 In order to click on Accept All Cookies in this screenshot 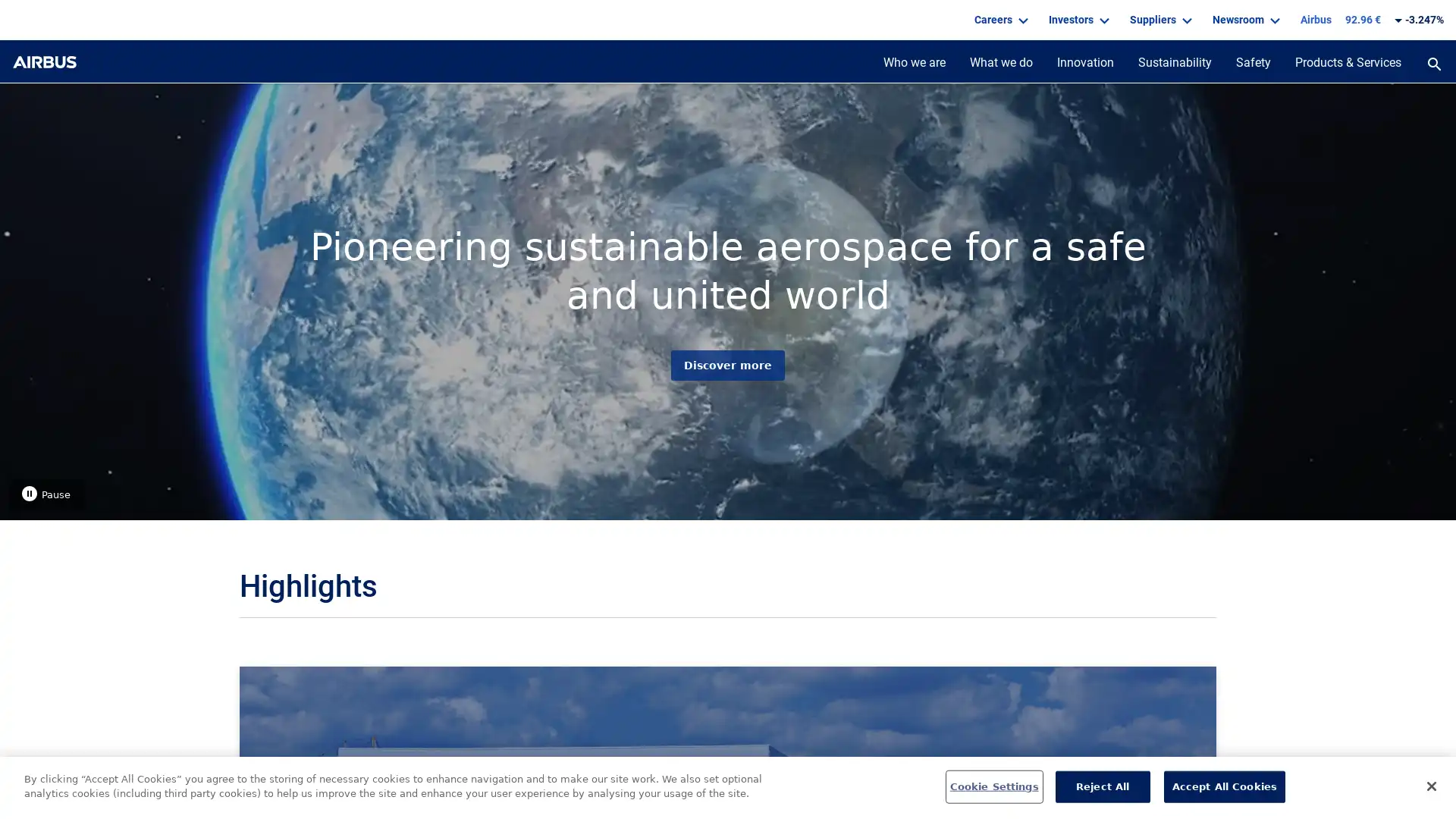, I will do `click(1224, 786)`.